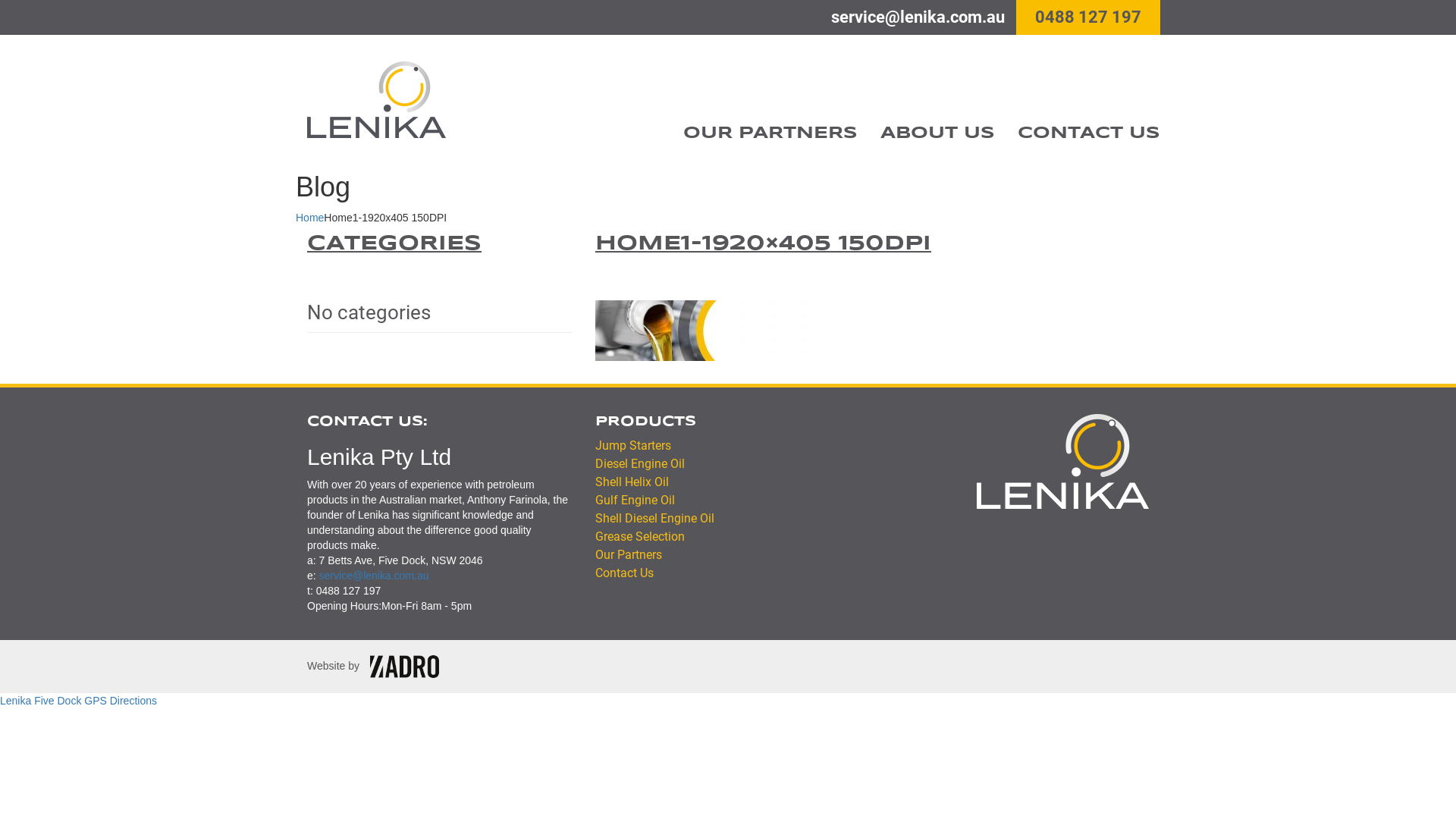 This screenshot has height=819, width=1456. Describe the element at coordinates (640, 463) in the screenshot. I see `'Diesel Engine Oil'` at that location.